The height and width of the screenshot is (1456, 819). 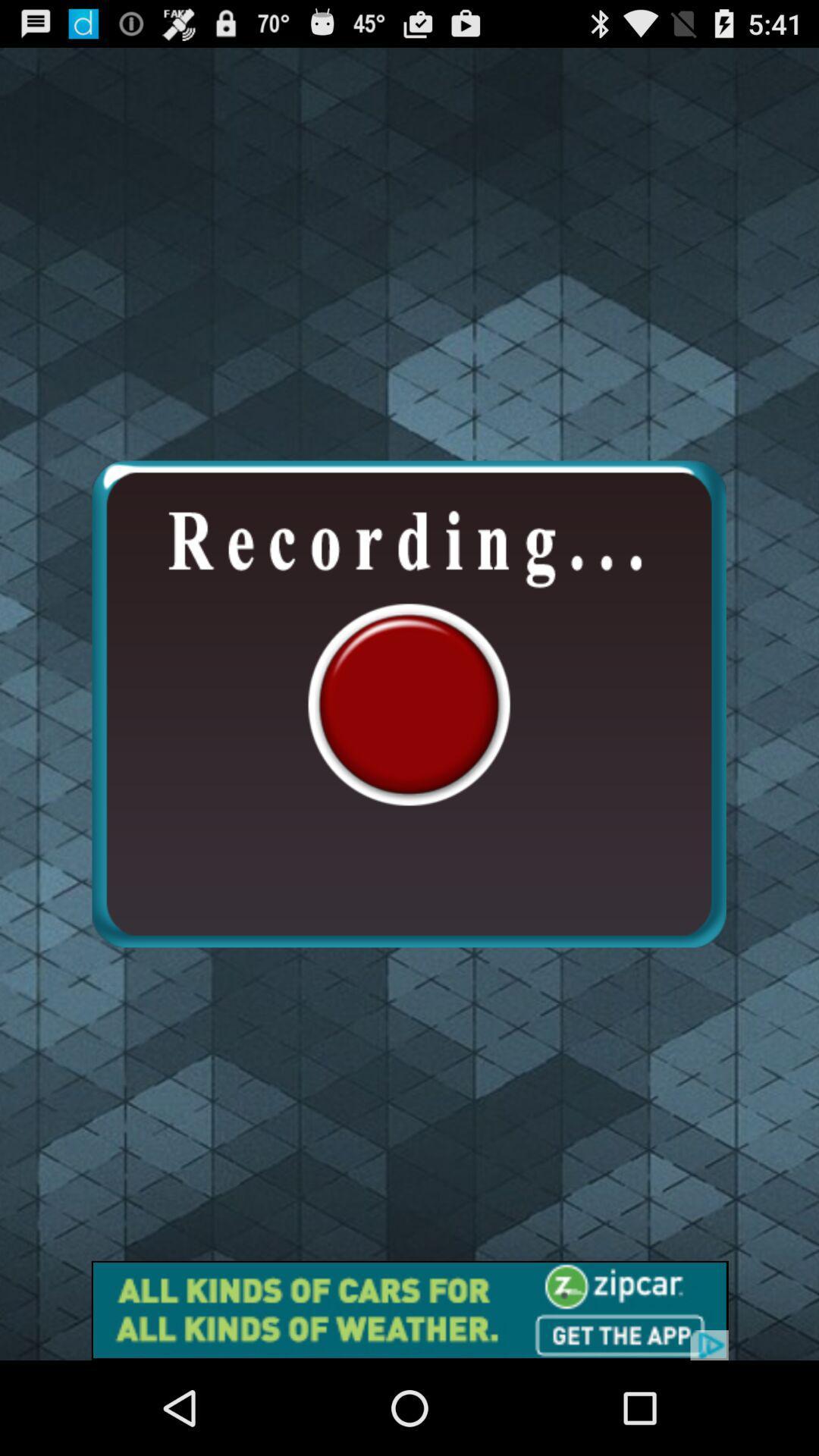 What do you see at coordinates (409, 1310) in the screenshot?
I see `open advertisement` at bounding box center [409, 1310].